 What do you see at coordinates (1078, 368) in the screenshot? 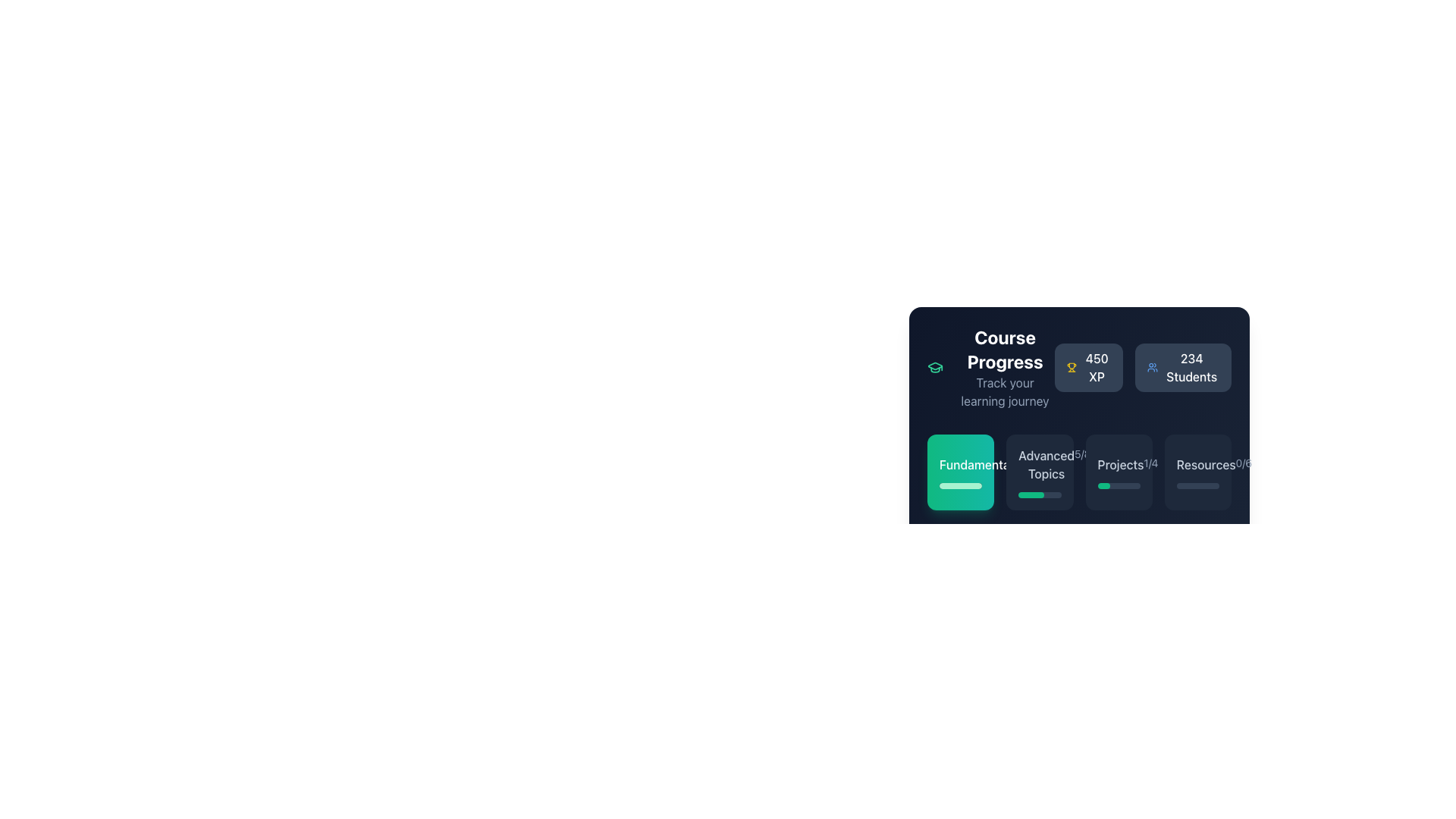
I see `the statistics section of the Informational component indicating '450 XP' or '234 Students' if it is interactive` at bounding box center [1078, 368].